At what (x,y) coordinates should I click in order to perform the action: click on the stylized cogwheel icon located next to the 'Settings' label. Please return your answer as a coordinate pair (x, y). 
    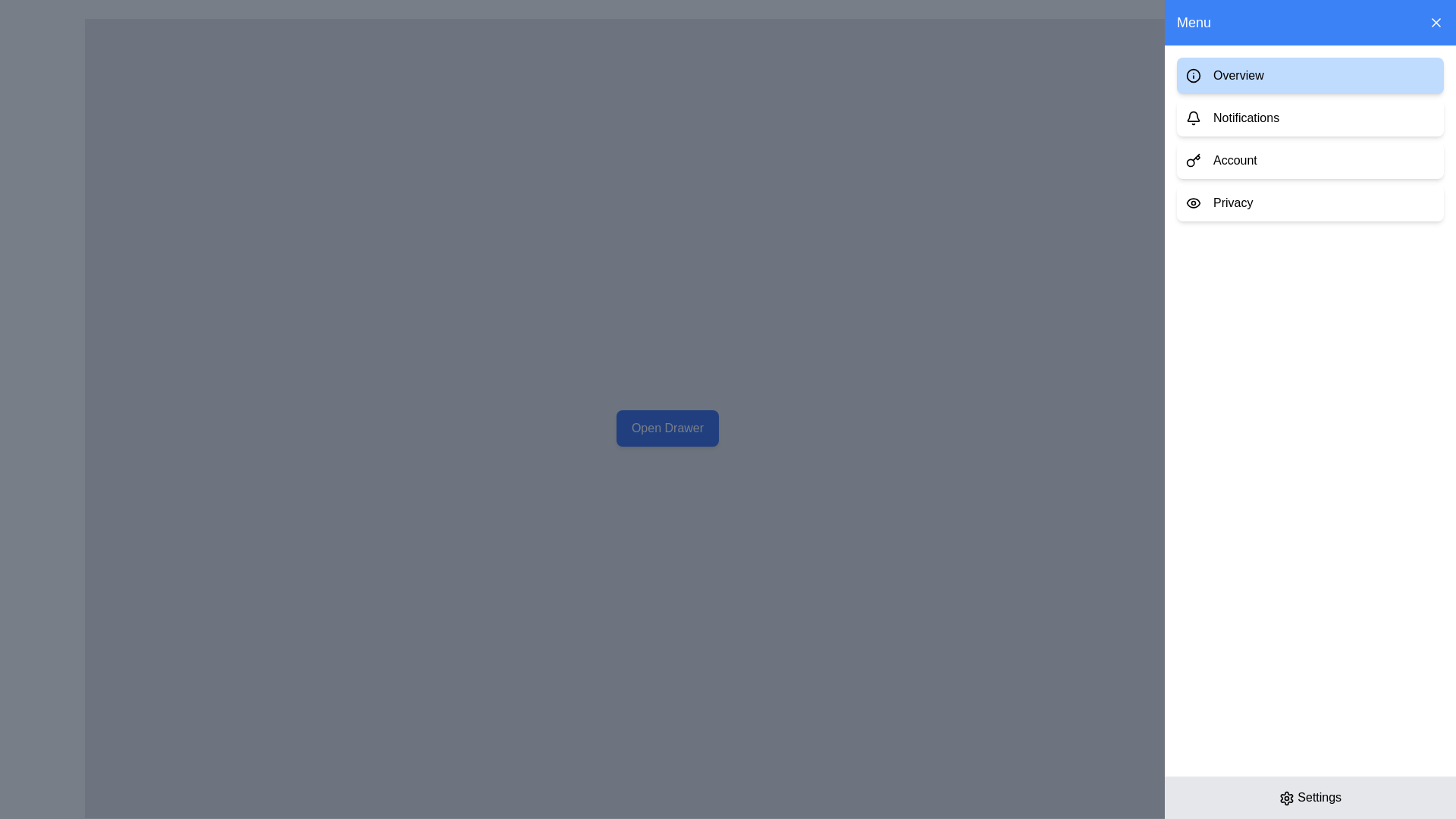
    Looking at the image, I should click on (1285, 797).